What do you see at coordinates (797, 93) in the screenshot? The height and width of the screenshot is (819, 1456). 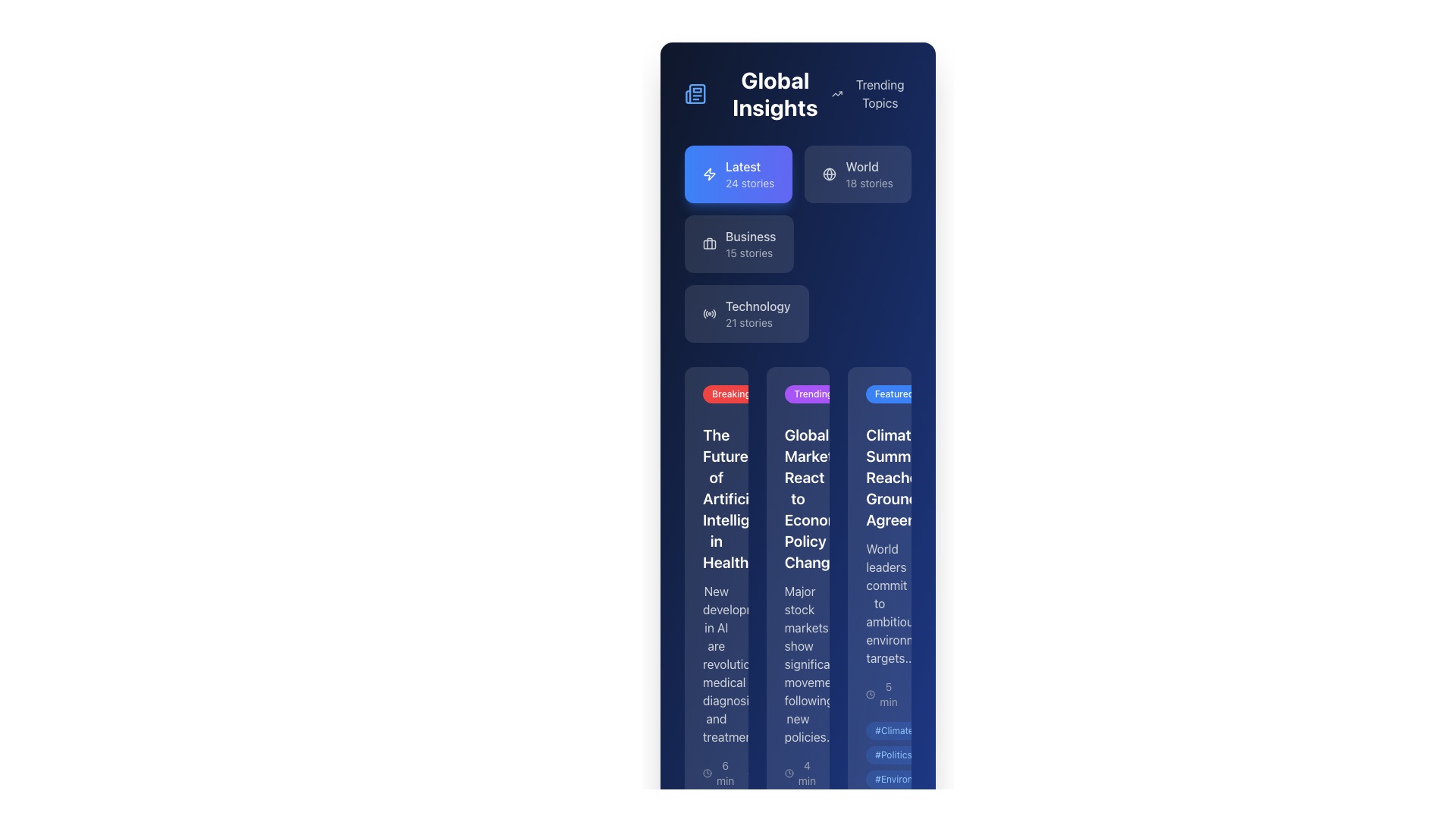 I see `the 'Global Insights' text portion in the header element` at bounding box center [797, 93].